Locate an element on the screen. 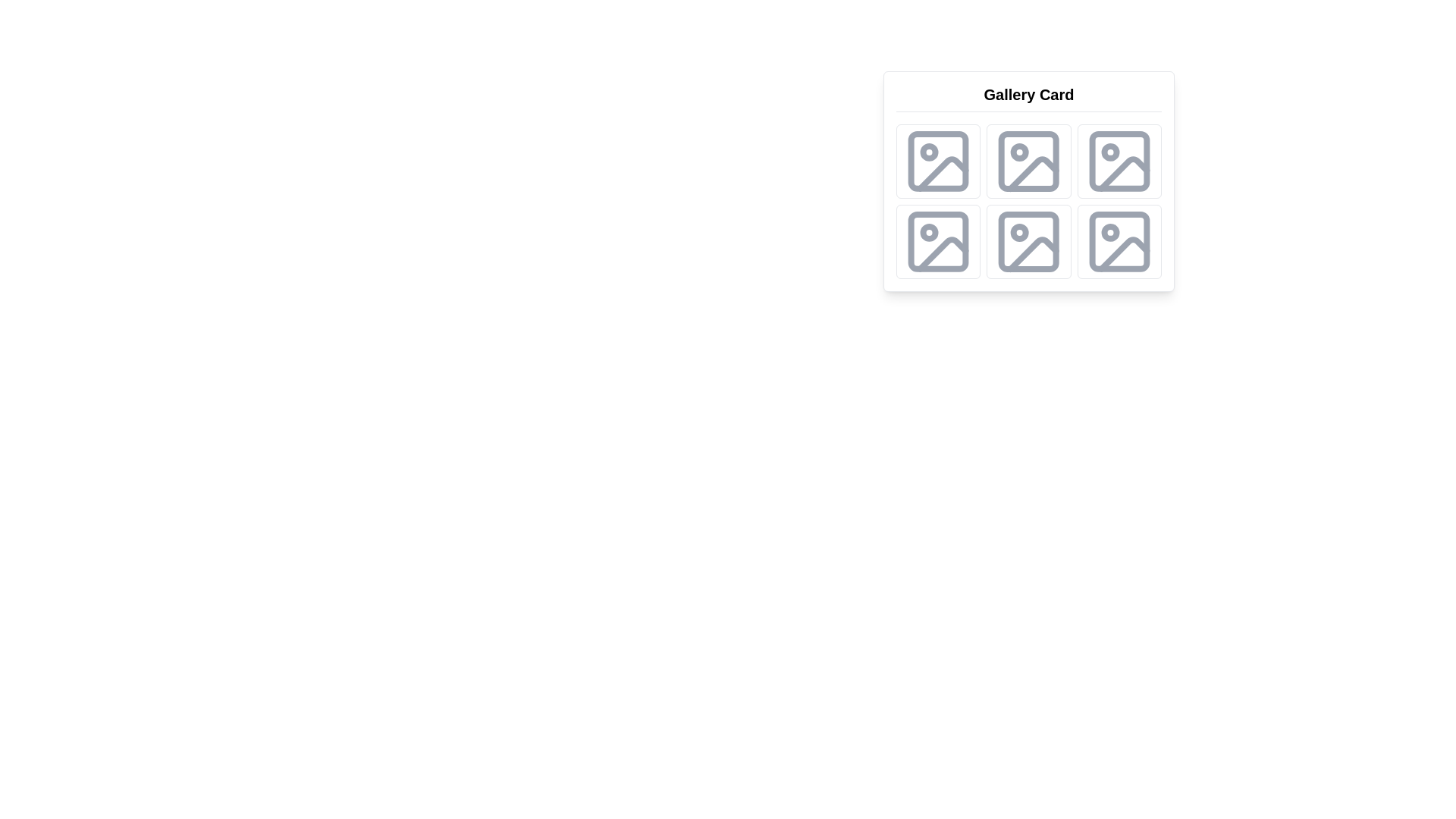  the decorative vector graphic in the third slot of the second row in the 3x3 gallery grid is located at coordinates (942, 253).